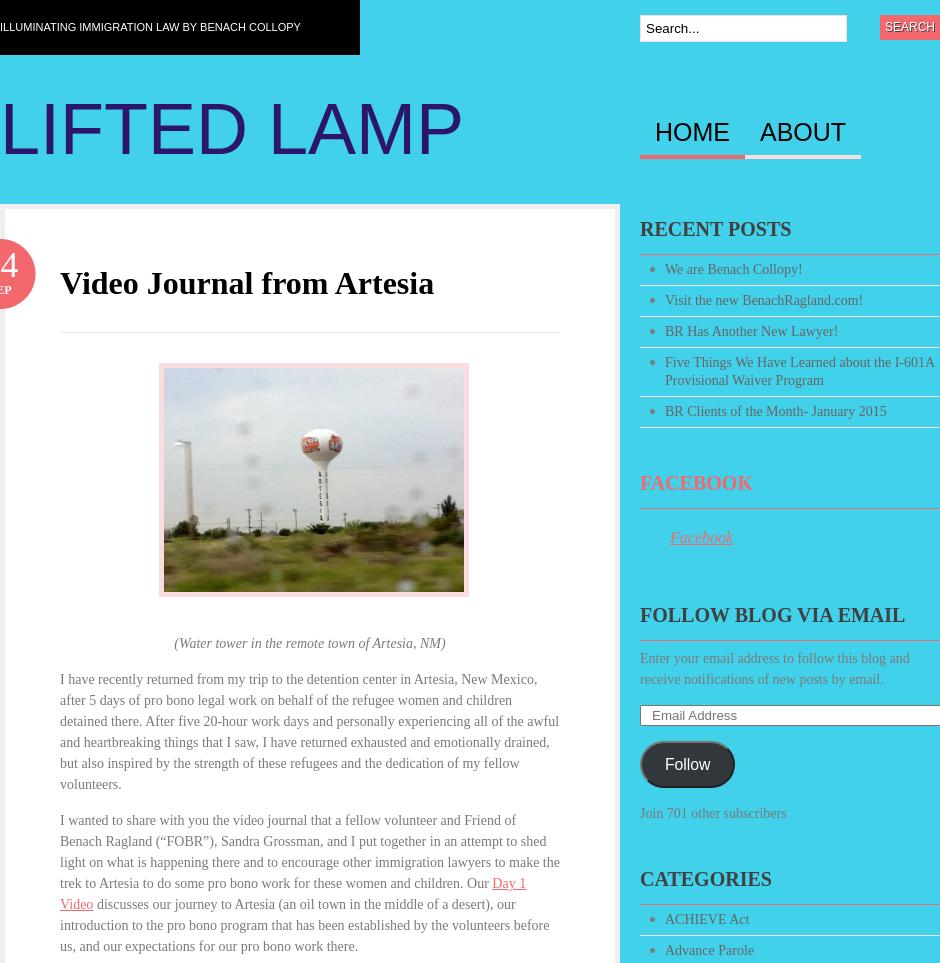  I want to click on 'I wanted to share with you the video journal that a fellow volunteer and Friend of Benach Ragland (“FOBR”), Sandra Grossman, and I put together in an attempt to shed light on what is happening there and to encourage other immigration lawyers to make the trek to Artesia to do some pro bono work for these women and children. Our', so click(308, 851).